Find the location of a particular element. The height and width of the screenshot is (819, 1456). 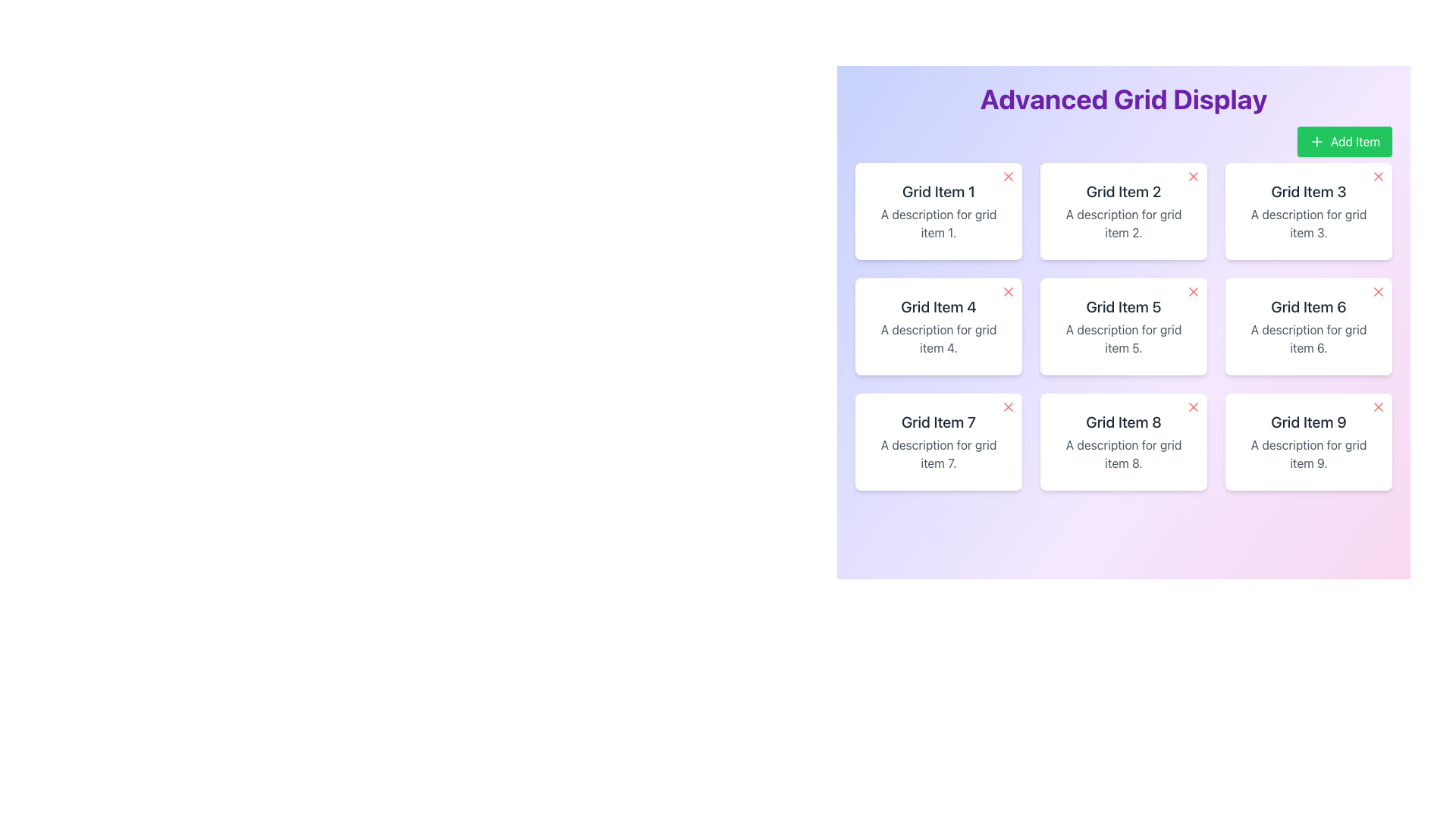

the red 'X' button located in the top-right corner of the 'Grid Item 2' panel is located at coordinates (1193, 175).